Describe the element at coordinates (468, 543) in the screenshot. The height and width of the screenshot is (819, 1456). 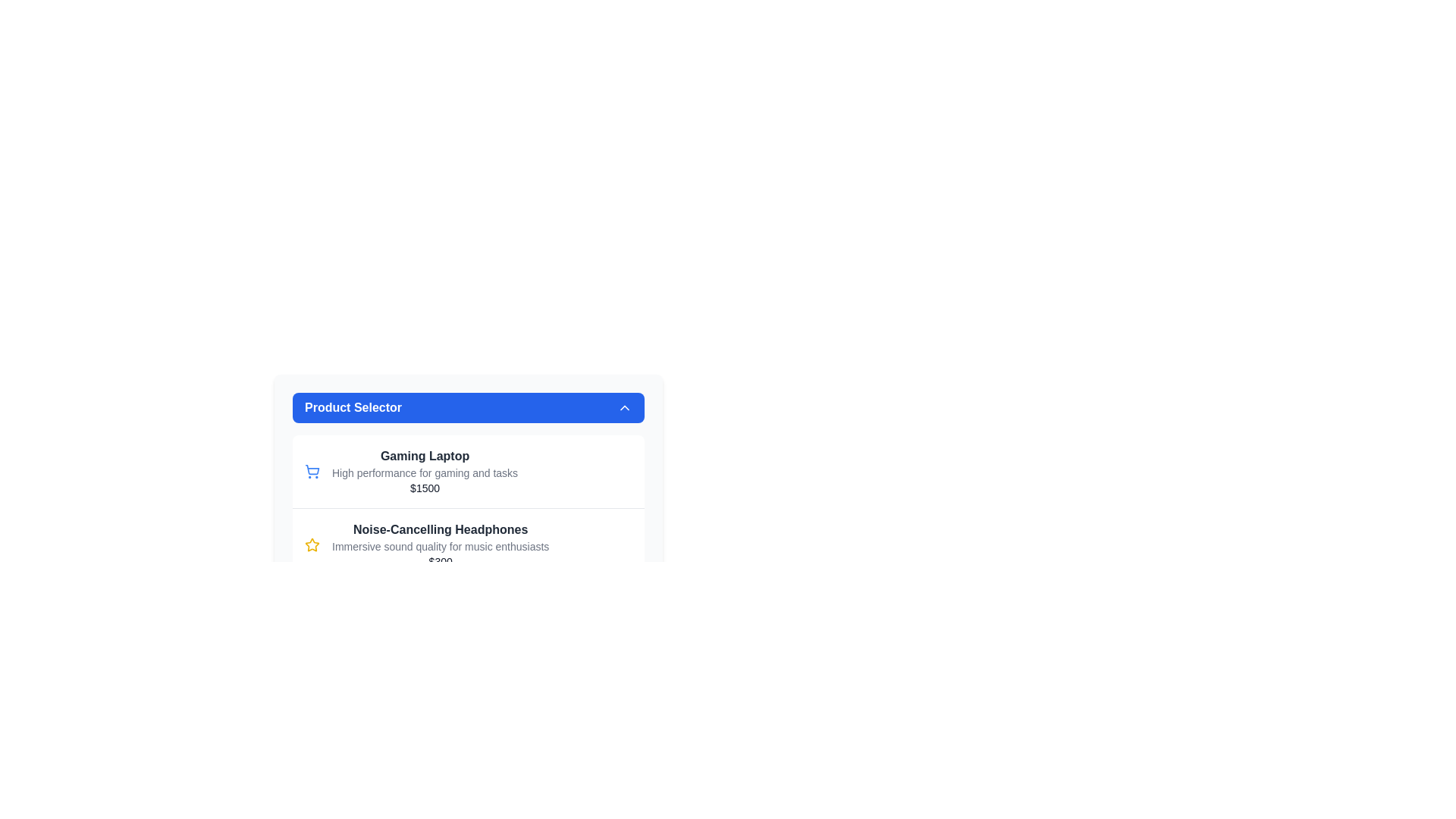
I see `the selectable list item for 'Noise-Cancelling Headphones'` at that location.